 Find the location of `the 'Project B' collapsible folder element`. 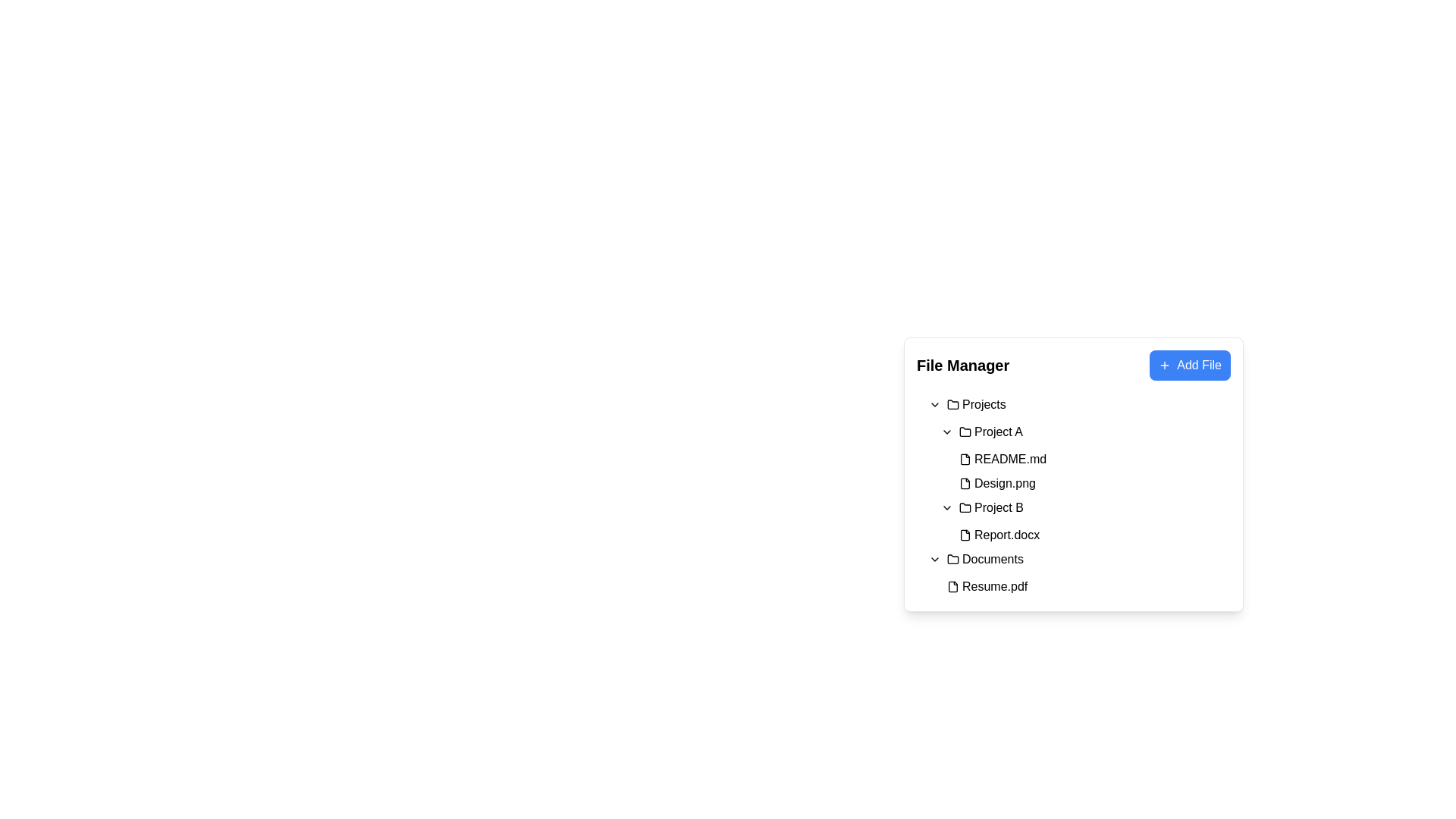

the 'Project B' collapsible folder element is located at coordinates (1084, 508).